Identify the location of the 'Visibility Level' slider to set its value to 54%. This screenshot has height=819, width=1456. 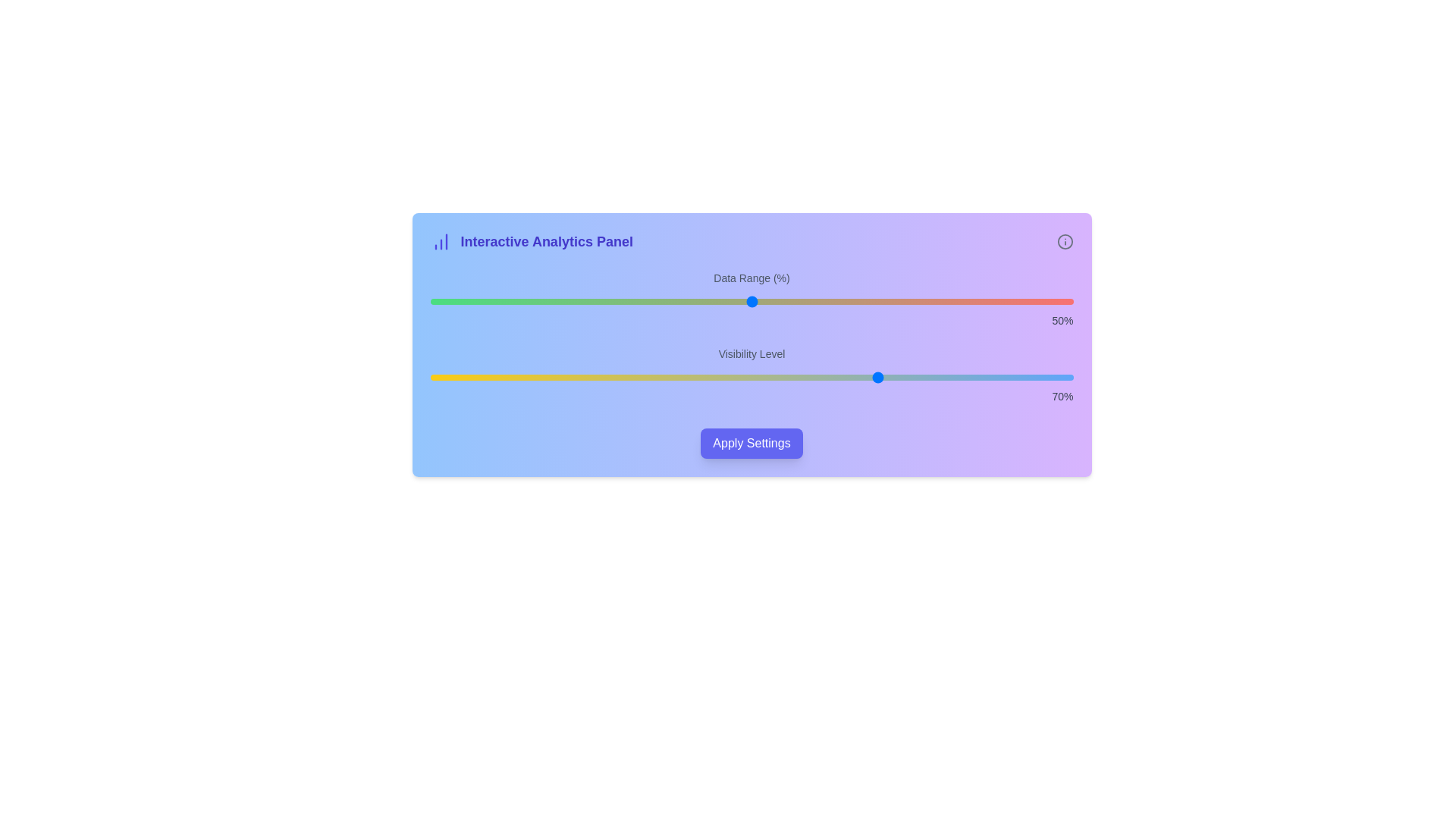
(777, 376).